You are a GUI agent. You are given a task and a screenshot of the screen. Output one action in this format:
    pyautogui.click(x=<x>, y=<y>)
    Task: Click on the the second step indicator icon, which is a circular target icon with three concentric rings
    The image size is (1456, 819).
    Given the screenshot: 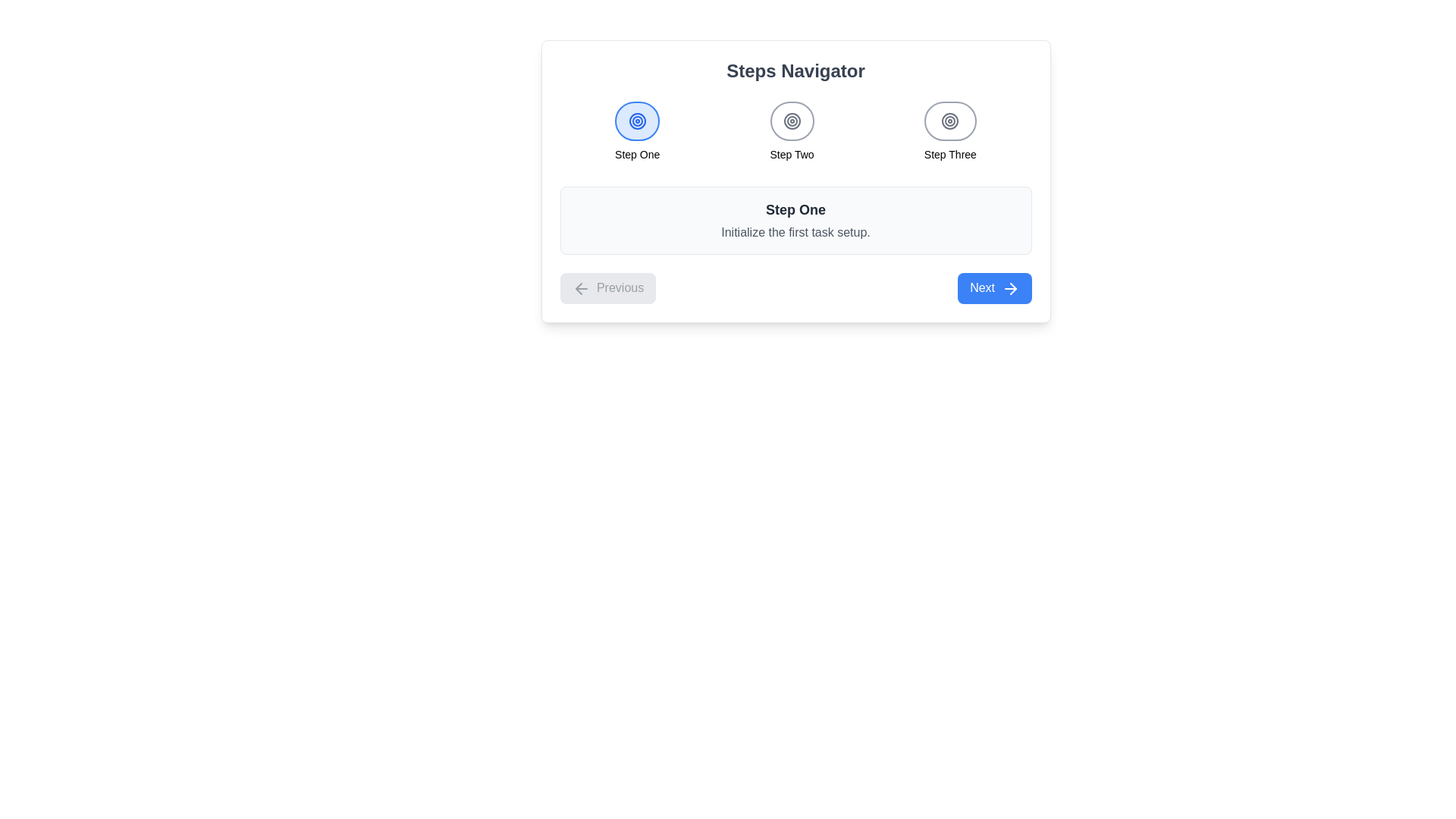 What is the action you would take?
    pyautogui.click(x=791, y=120)
    